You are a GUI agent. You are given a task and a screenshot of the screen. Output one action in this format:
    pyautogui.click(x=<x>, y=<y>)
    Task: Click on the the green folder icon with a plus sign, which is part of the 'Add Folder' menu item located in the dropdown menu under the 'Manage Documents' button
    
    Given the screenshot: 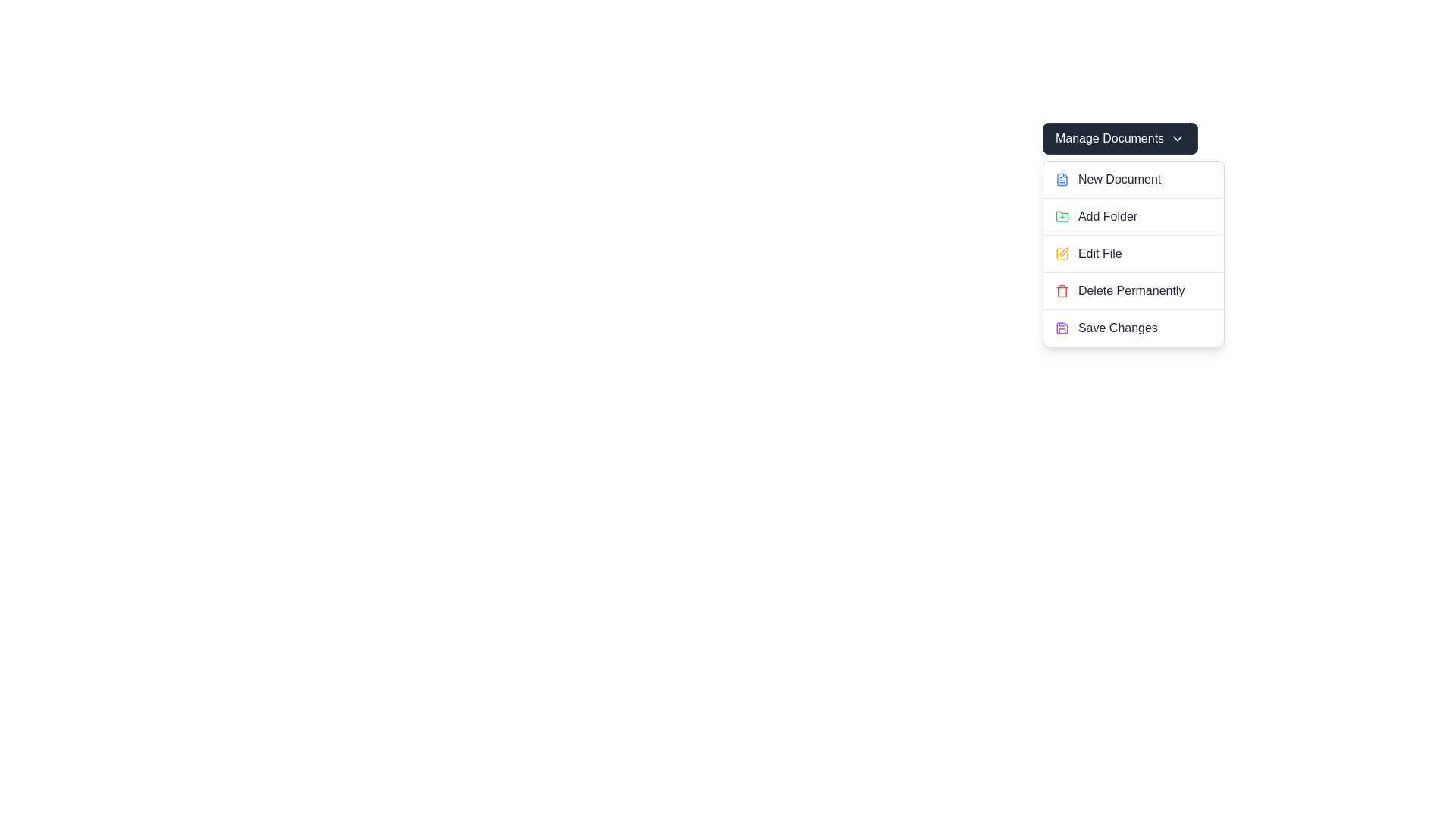 What is the action you would take?
    pyautogui.click(x=1061, y=216)
    